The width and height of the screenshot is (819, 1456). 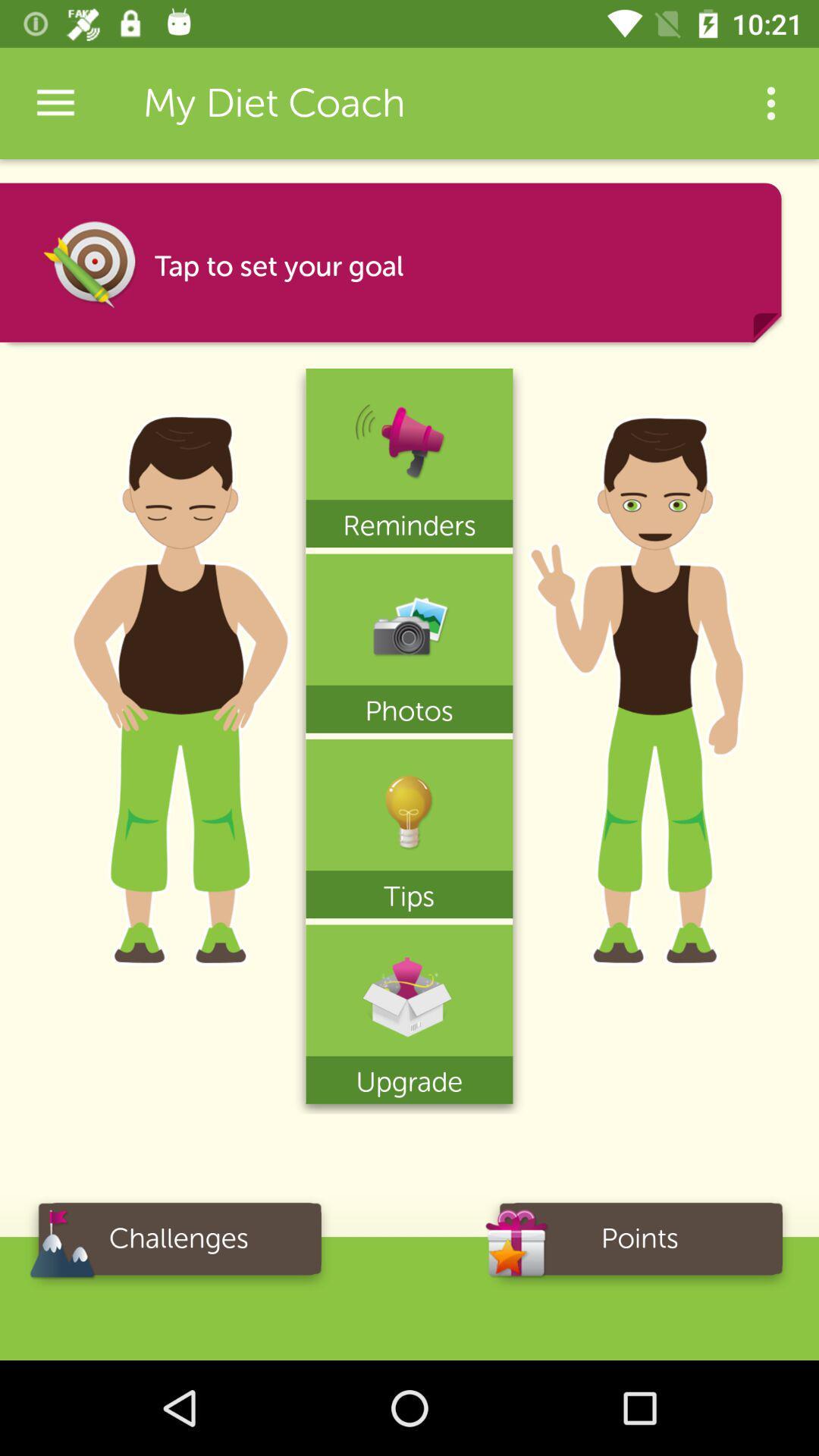 What do you see at coordinates (771, 102) in the screenshot?
I see `icon to the right of my diet coach` at bounding box center [771, 102].